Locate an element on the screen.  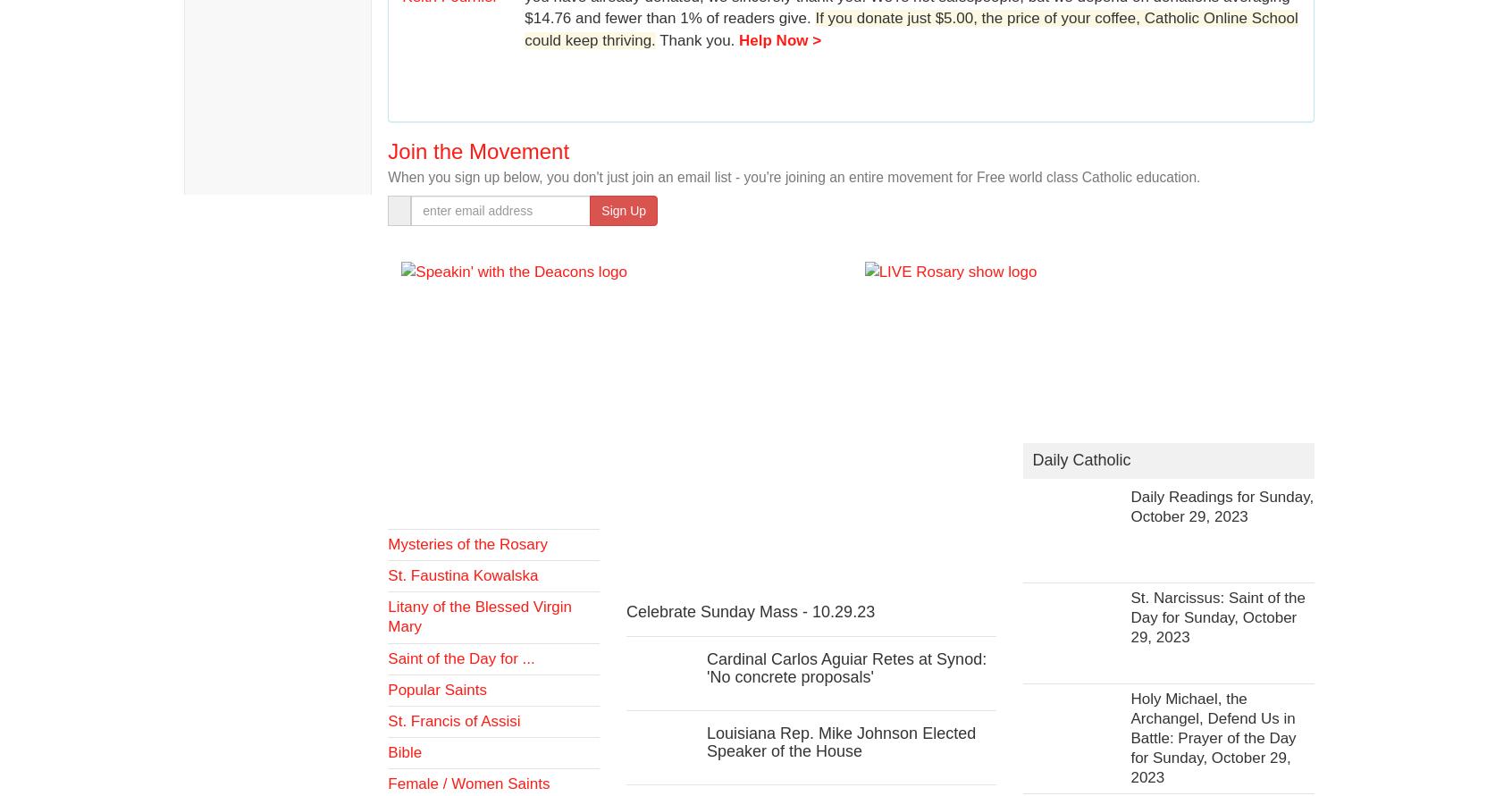
'Thank you.' is located at coordinates (697, 39).